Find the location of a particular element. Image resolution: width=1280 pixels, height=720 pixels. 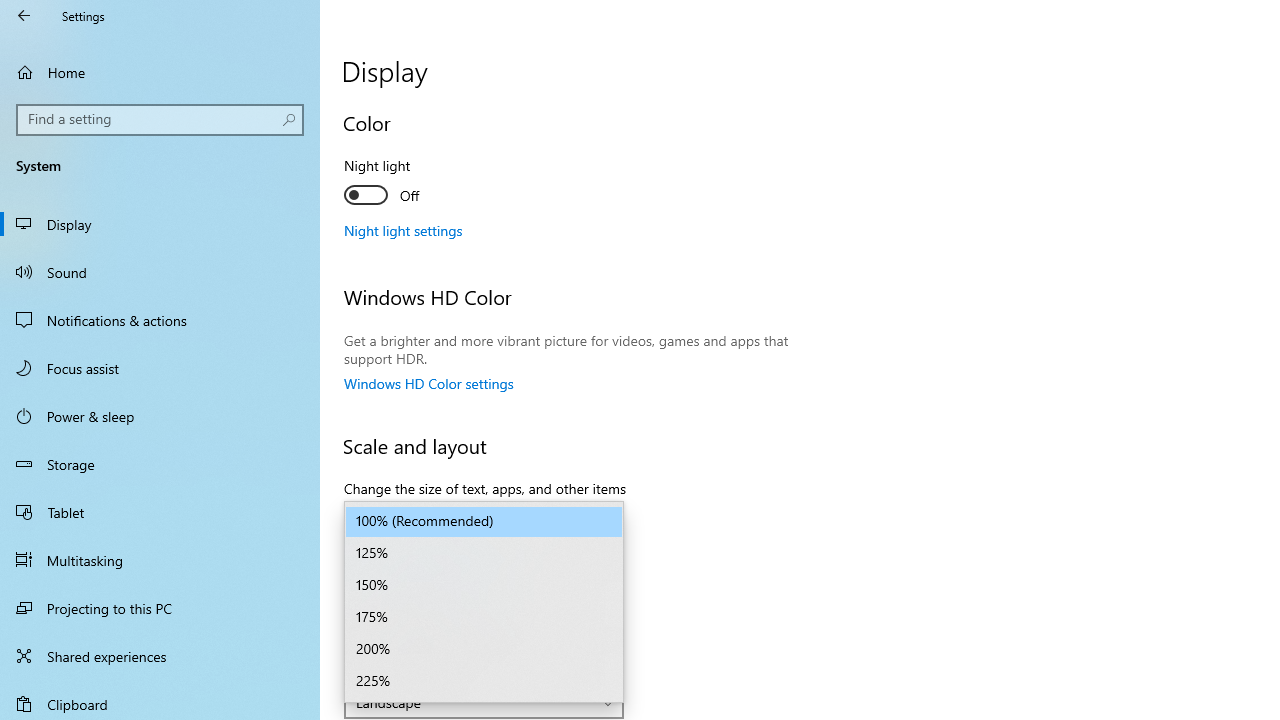

'100% (Recommended)' is located at coordinates (484, 521).